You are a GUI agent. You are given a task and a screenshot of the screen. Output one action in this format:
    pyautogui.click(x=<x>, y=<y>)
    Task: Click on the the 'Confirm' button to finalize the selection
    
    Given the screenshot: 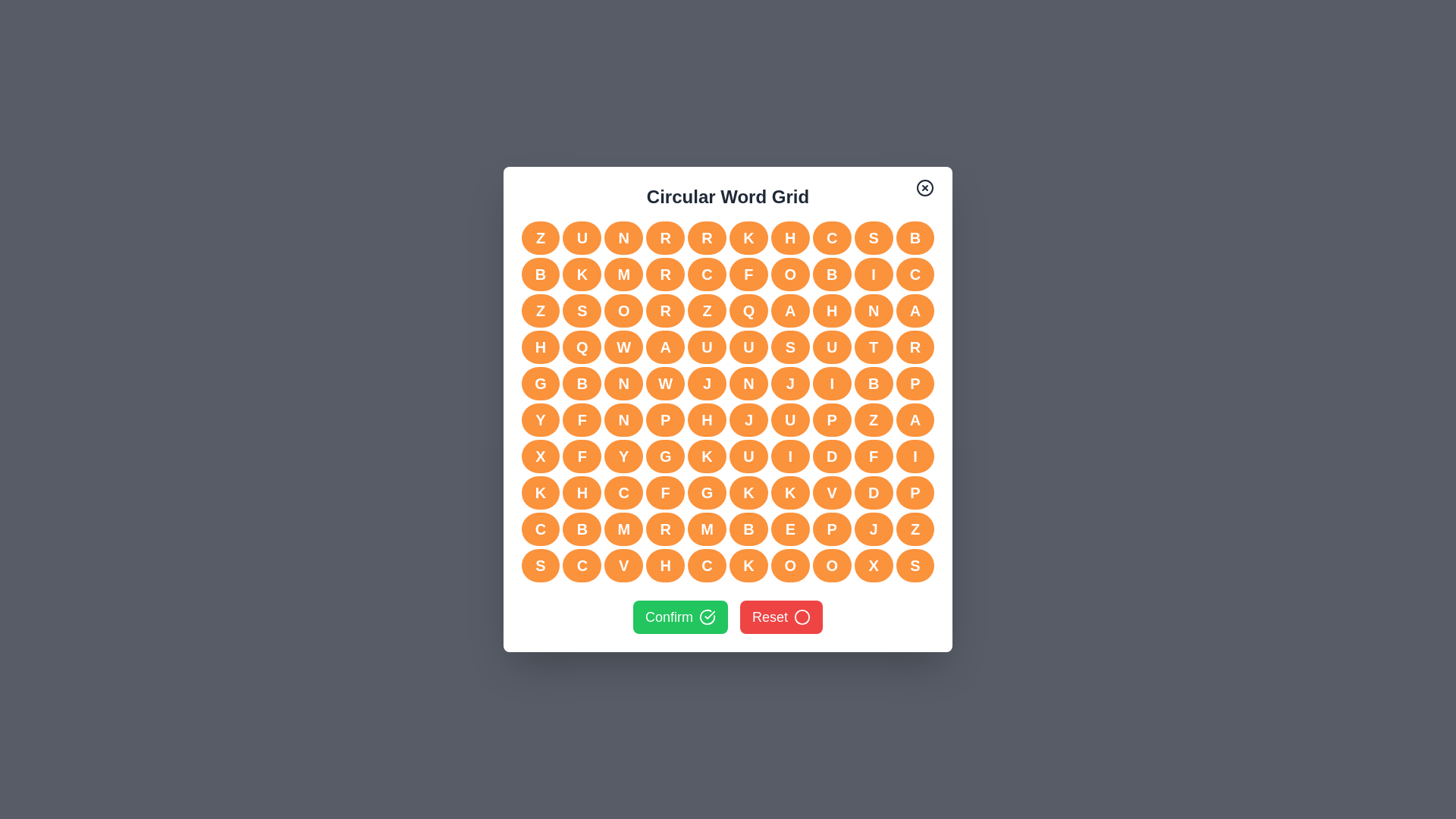 What is the action you would take?
    pyautogui.click(x=679, y=617)
    